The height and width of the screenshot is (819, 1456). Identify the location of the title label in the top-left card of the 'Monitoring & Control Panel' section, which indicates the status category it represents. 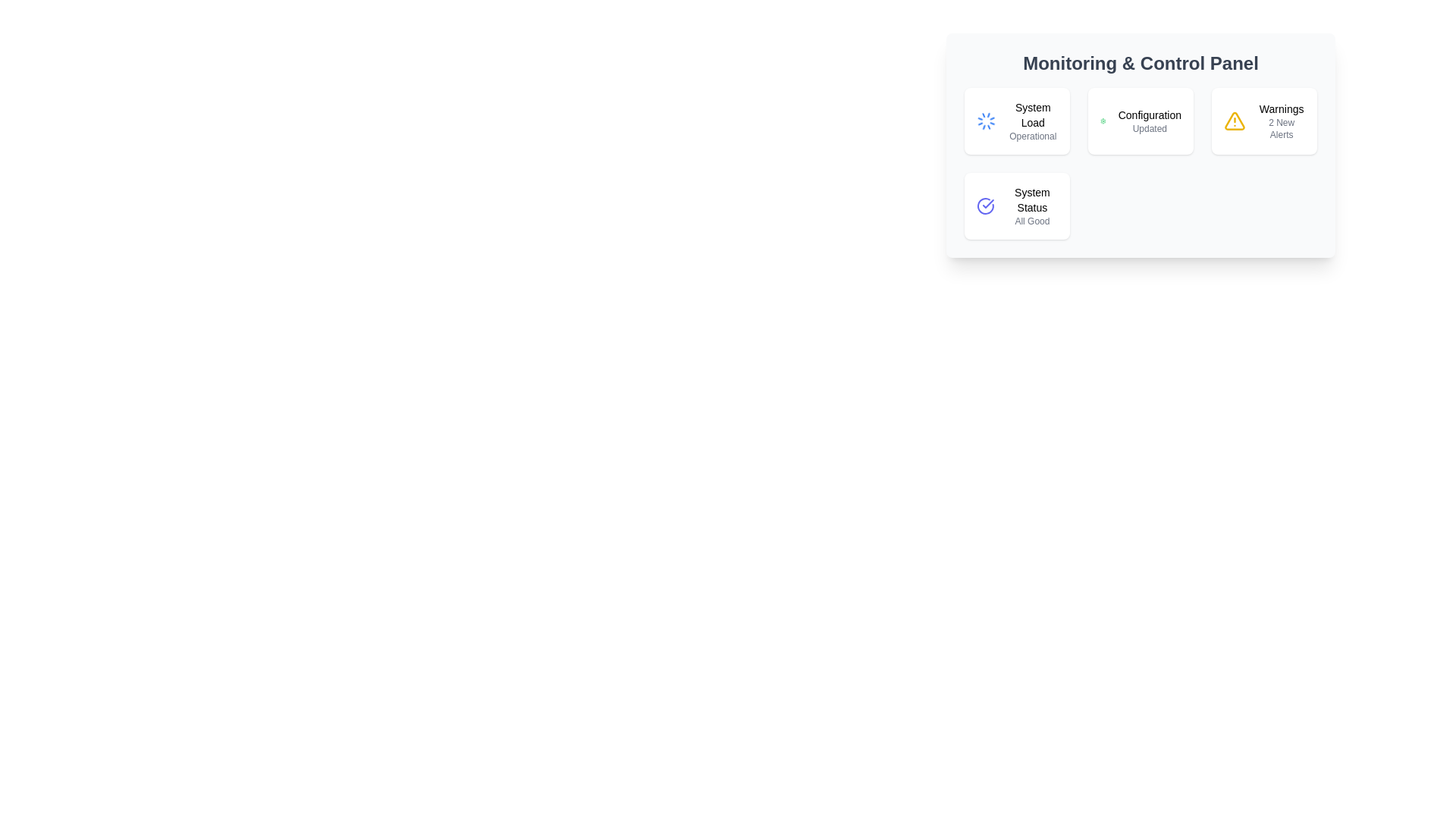
(1032, 114).